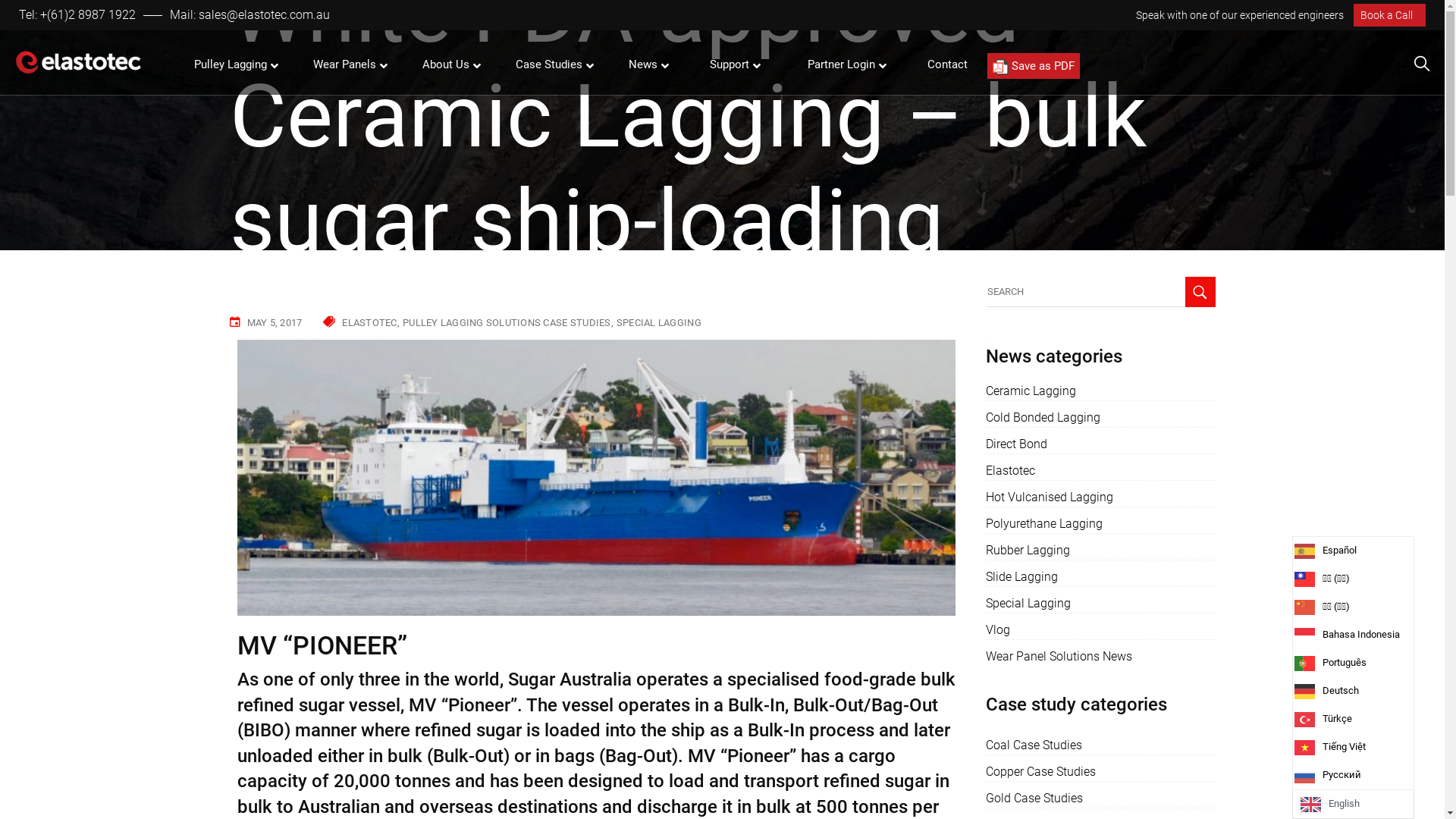 The width and height of the screenshot is (1456, 819). I want to click on 'Coal Case Studies', so click(986, 745).